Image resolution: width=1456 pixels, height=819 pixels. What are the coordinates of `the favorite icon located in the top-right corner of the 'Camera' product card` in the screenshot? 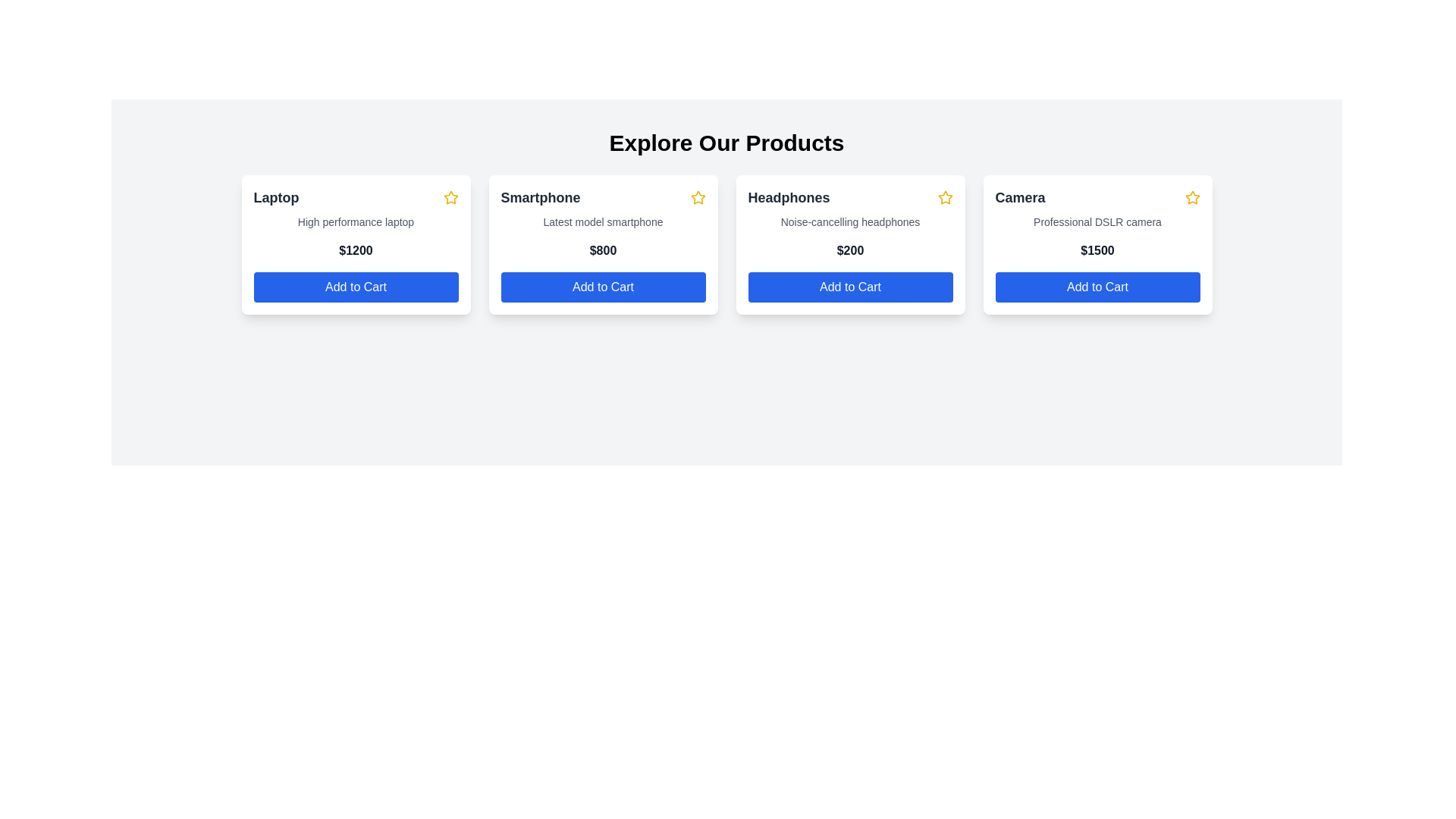 It's located at (1191, 197).